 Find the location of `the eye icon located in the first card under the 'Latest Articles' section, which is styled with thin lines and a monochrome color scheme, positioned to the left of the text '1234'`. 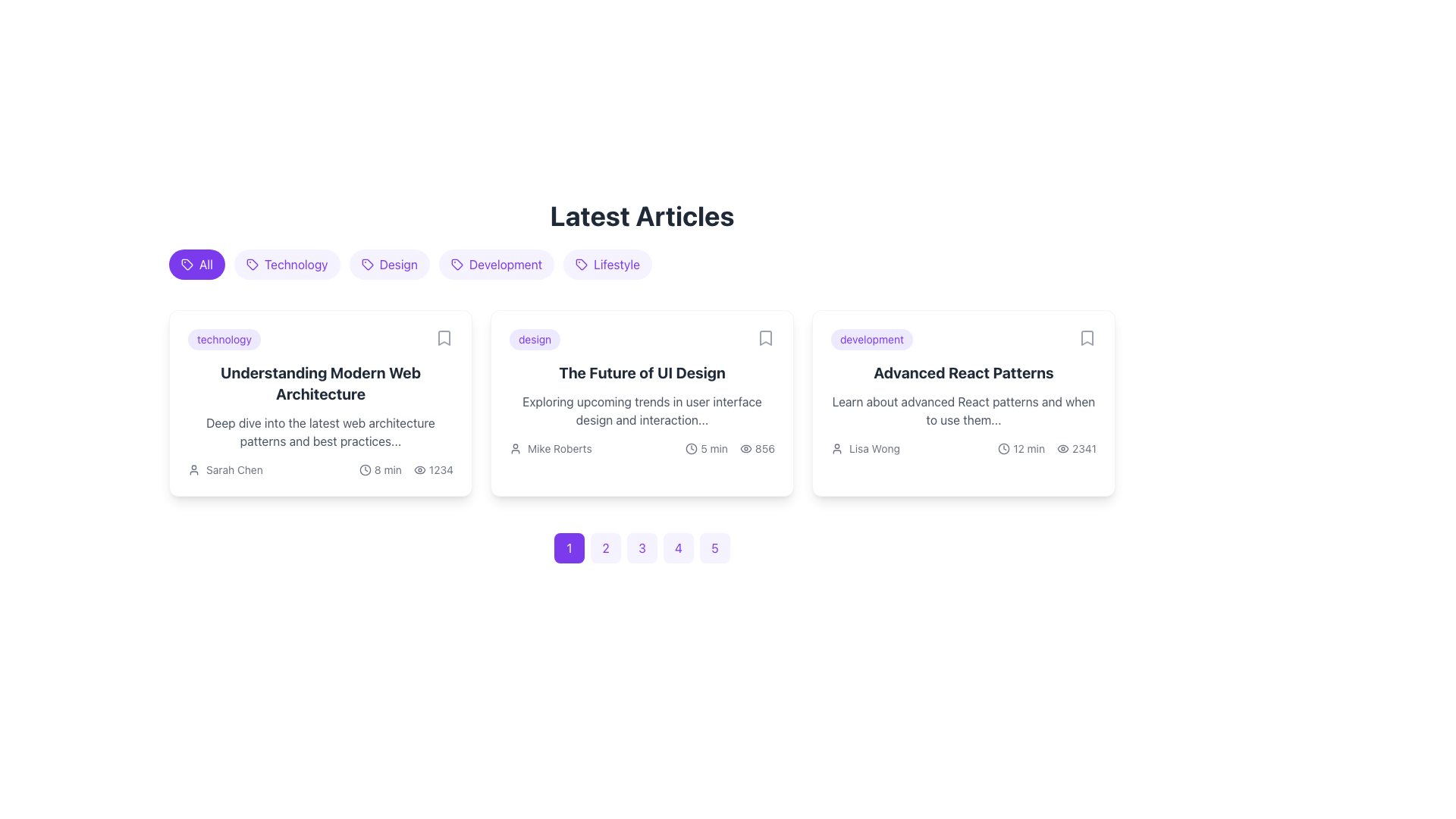

the eye icon located in the first card under the 'Latest Articles' section, which is styled with thin lines and a monochrome color scheme, positioned to the left of the text '1234' is located at coordinates (419, 469).